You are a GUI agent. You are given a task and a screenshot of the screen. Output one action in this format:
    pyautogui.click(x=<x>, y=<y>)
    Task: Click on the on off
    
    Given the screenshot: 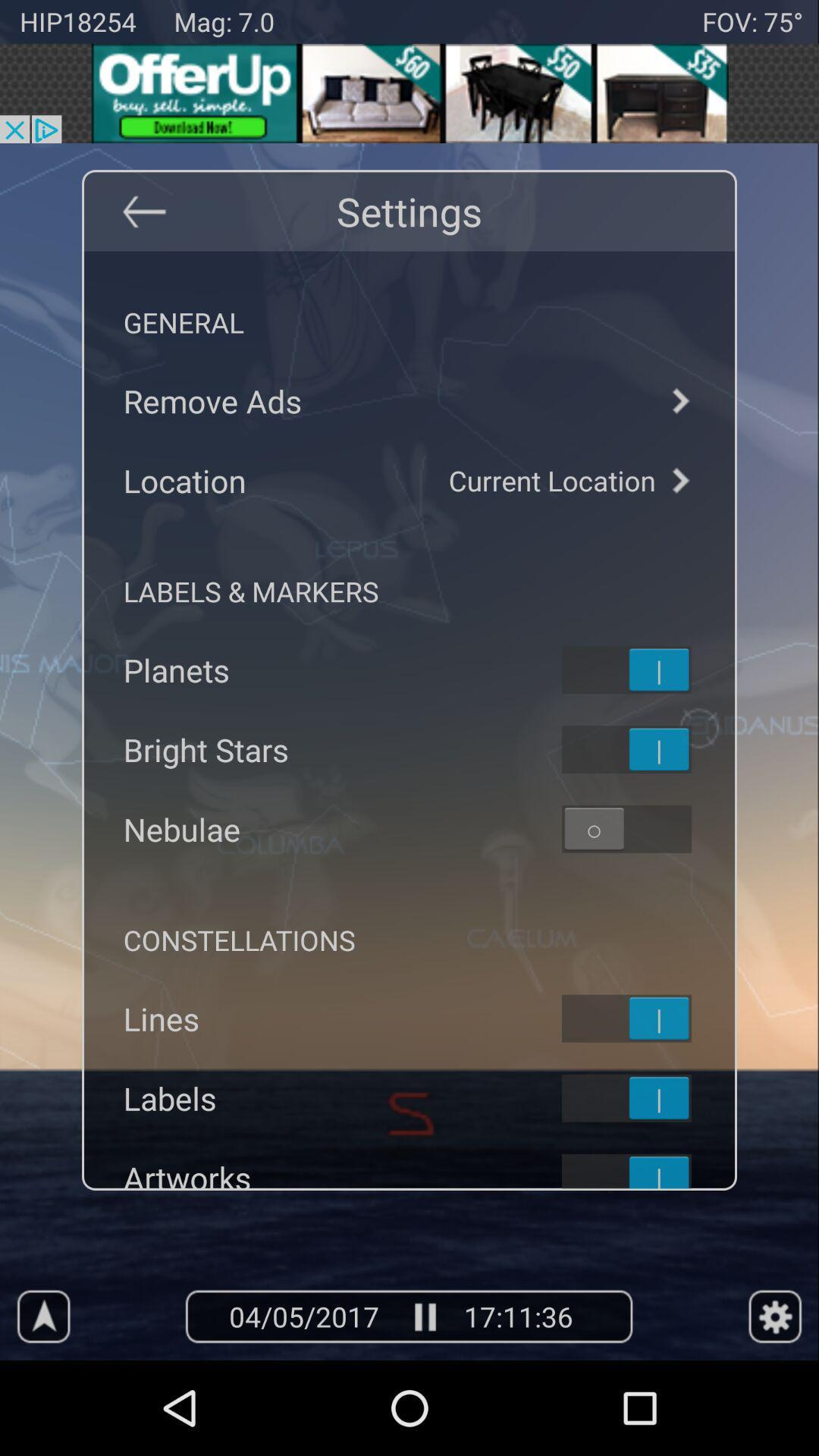 What is the action you would take?
    pyautogui.click(x=646, y=669)
    